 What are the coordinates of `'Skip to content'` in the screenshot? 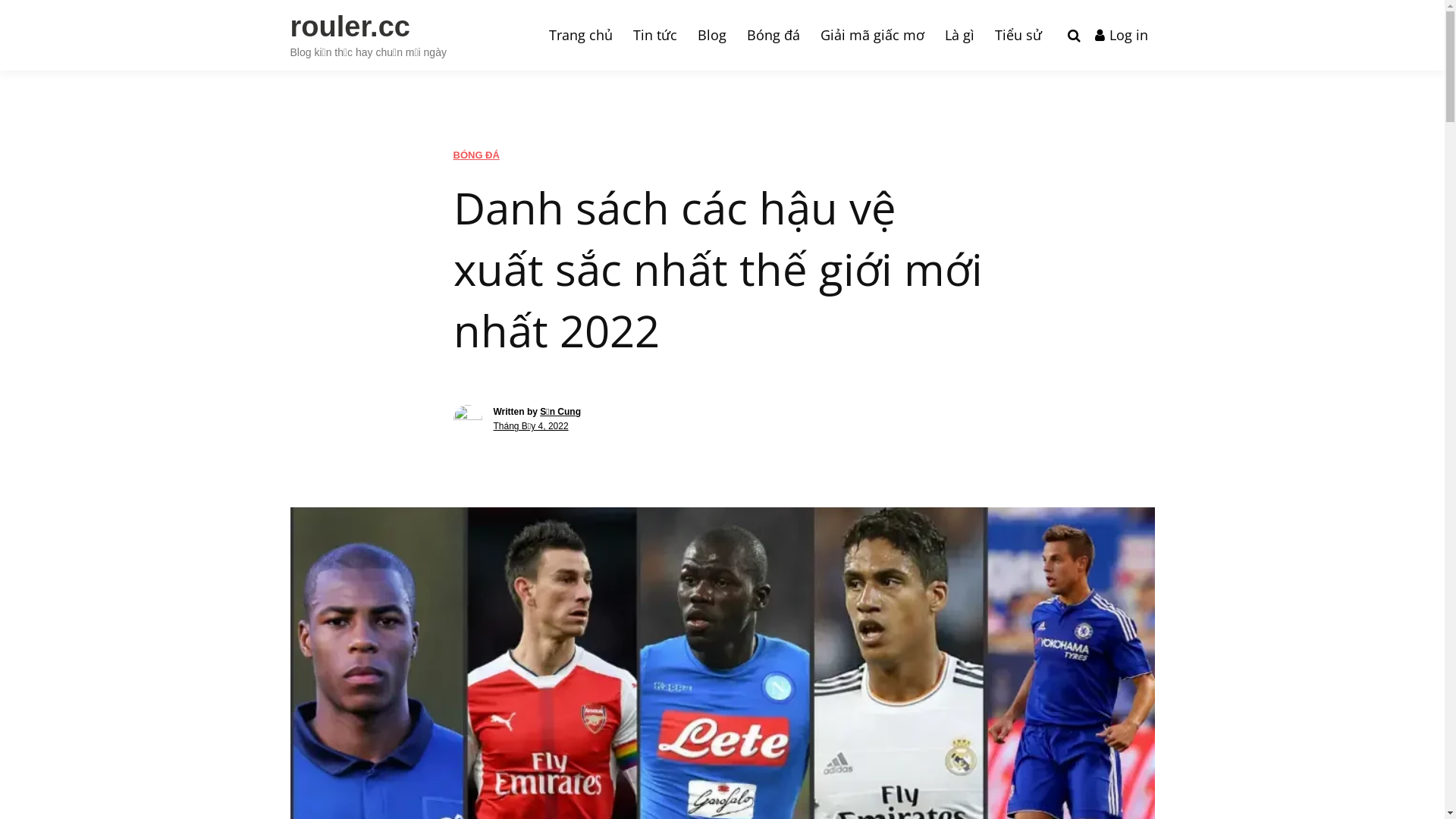 It's located at (0, 0).